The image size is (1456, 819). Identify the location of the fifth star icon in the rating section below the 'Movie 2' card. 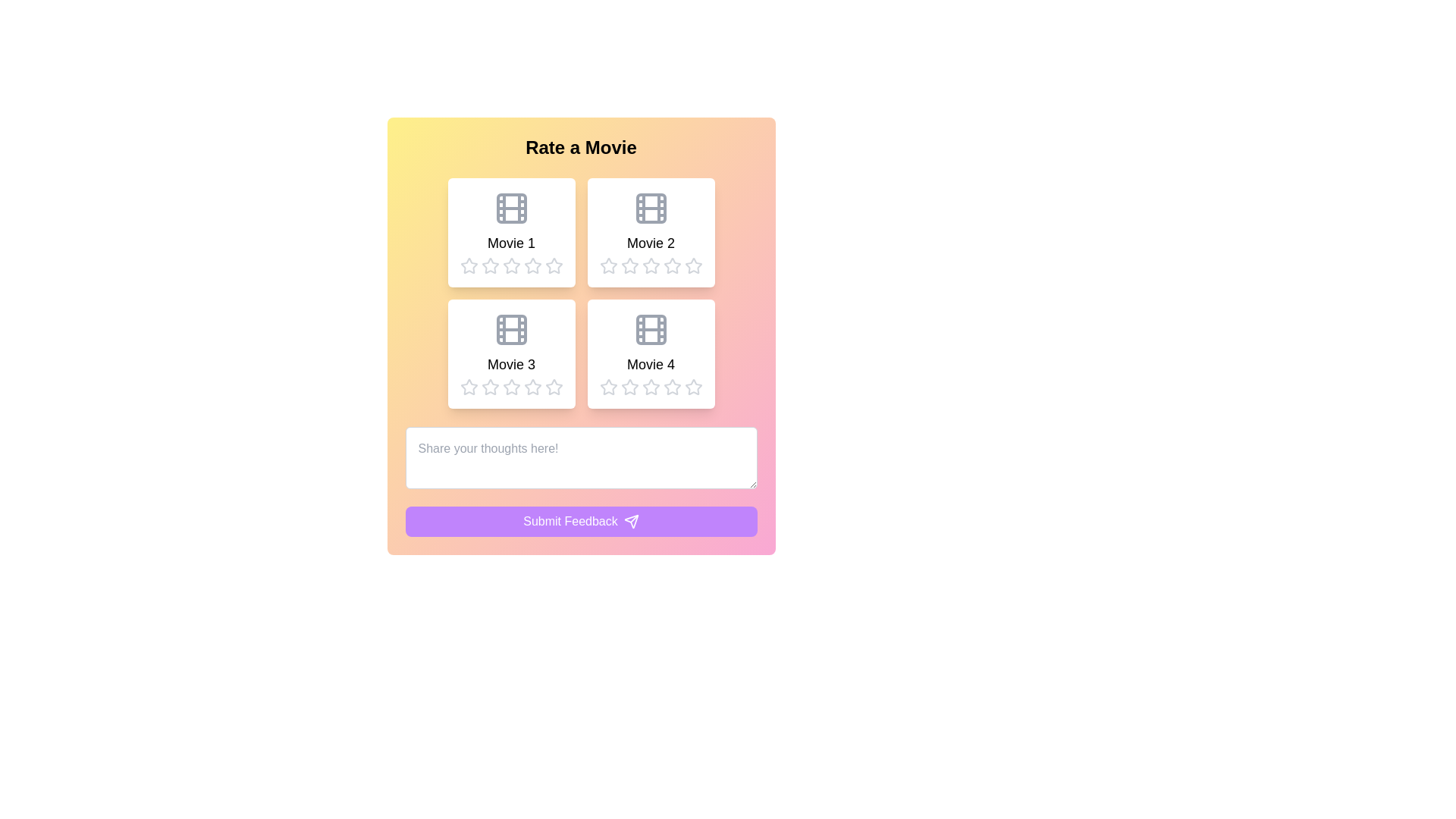
(692, 265).